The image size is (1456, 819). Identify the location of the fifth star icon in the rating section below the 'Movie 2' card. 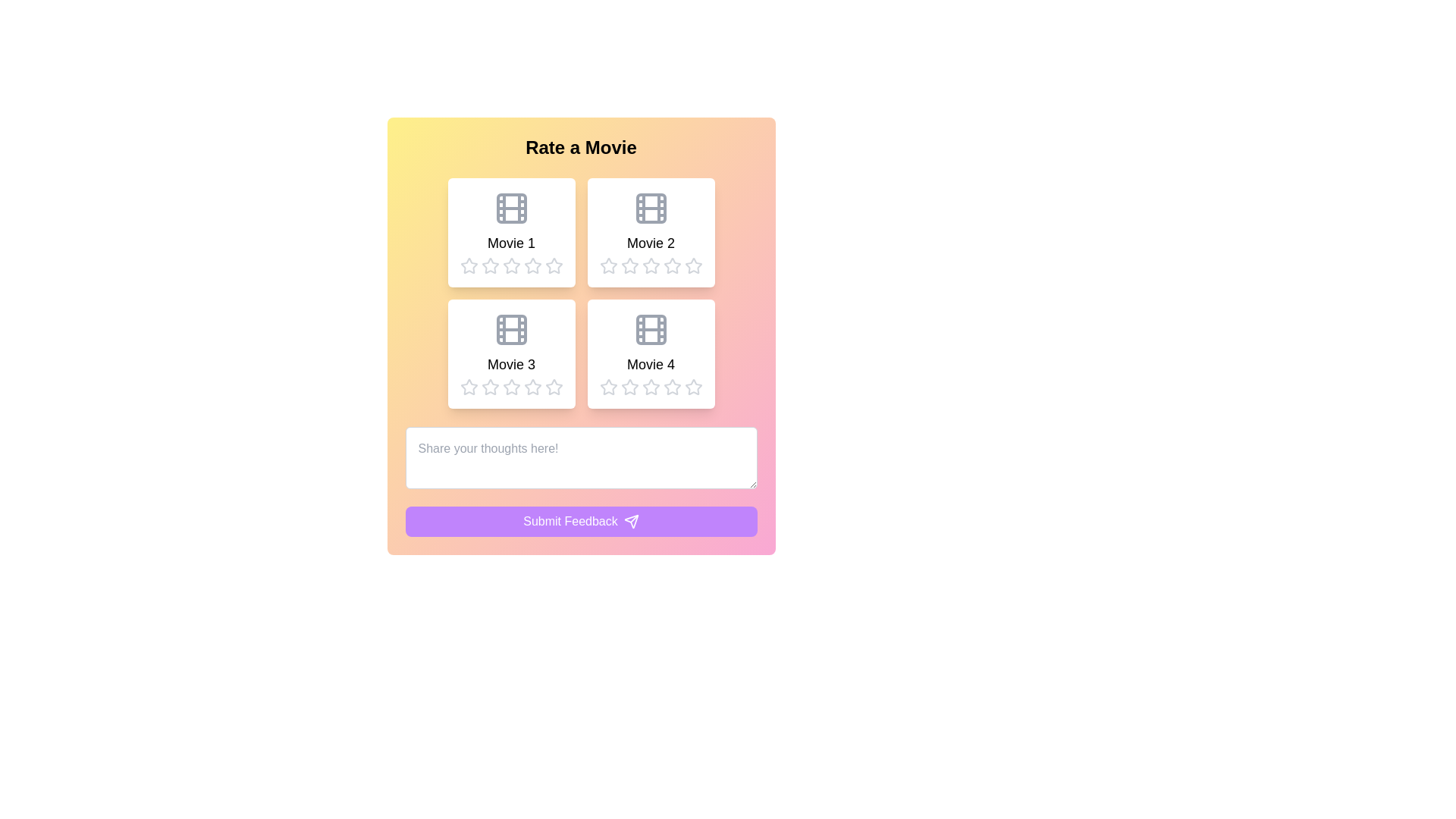
(692, 265).